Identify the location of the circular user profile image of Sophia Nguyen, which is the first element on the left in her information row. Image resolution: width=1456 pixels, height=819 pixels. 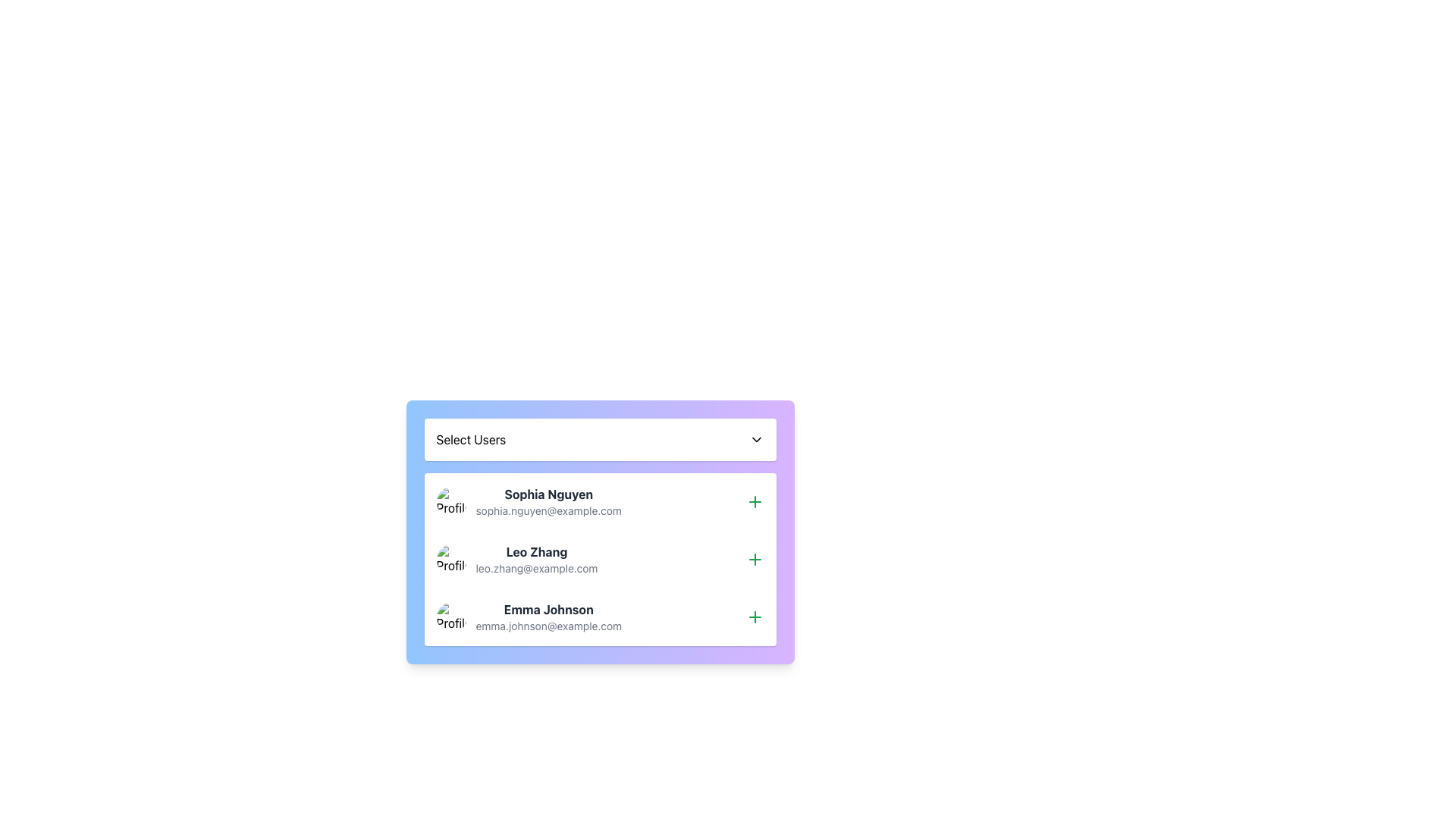
(450, 502).